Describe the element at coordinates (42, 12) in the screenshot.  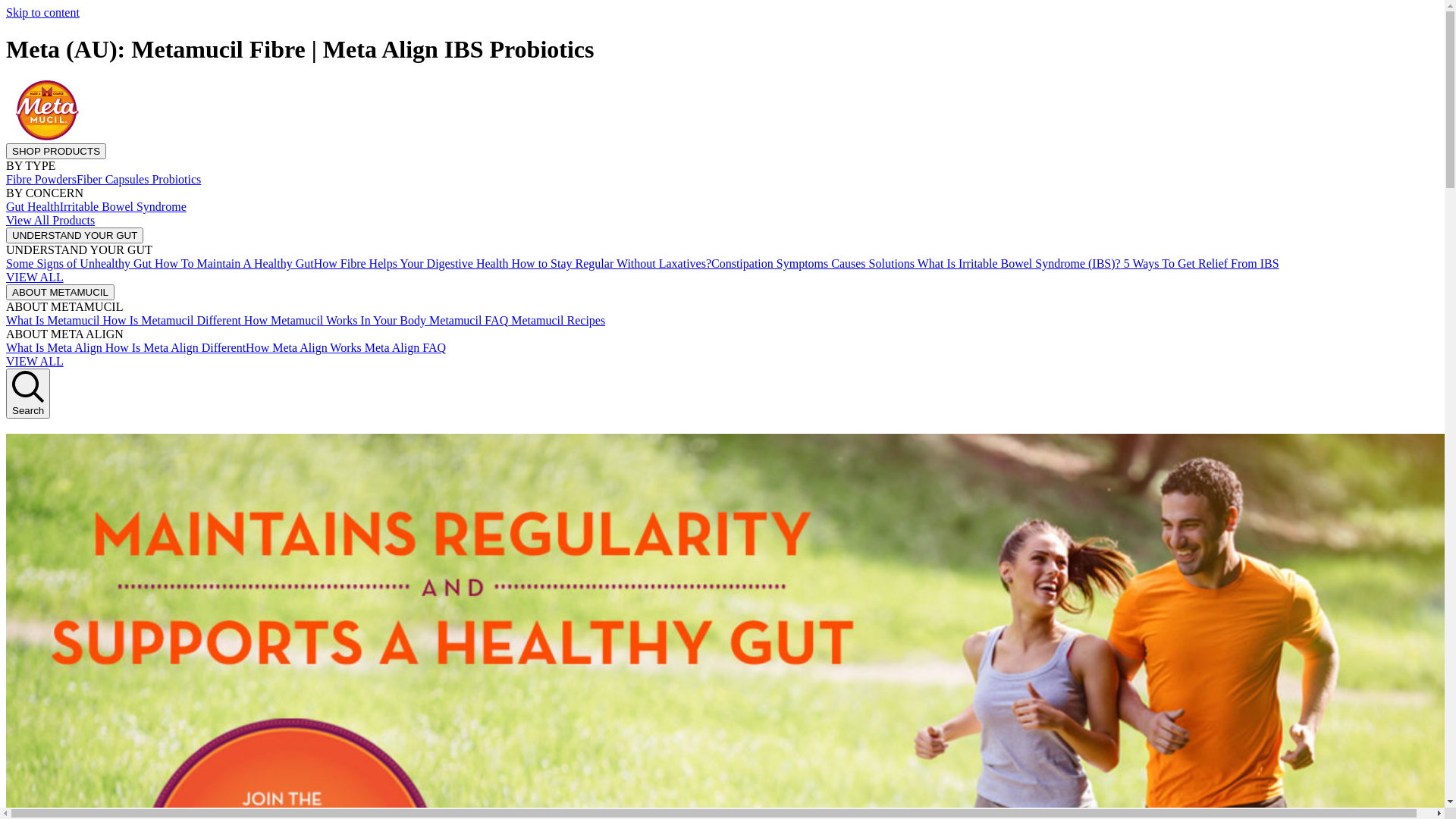
I see `'Skip to content'` at that location.